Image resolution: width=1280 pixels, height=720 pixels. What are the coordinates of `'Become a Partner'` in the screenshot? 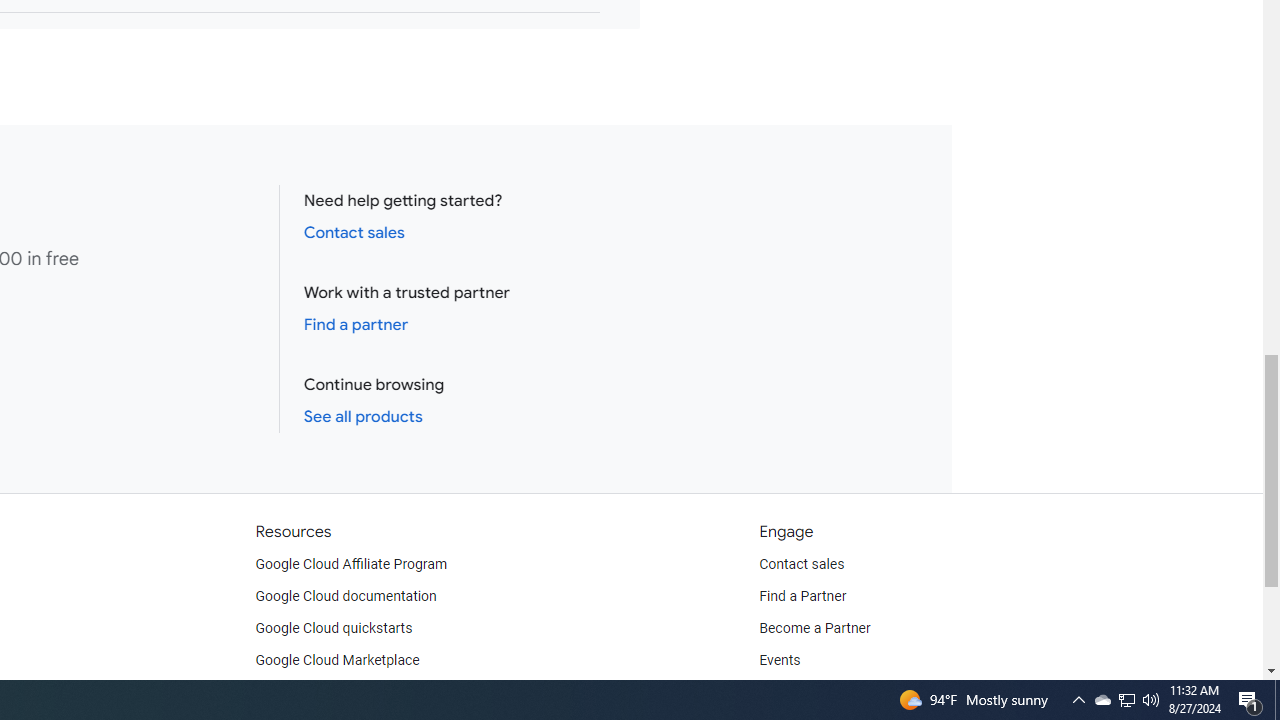 It's located at (814, 627).